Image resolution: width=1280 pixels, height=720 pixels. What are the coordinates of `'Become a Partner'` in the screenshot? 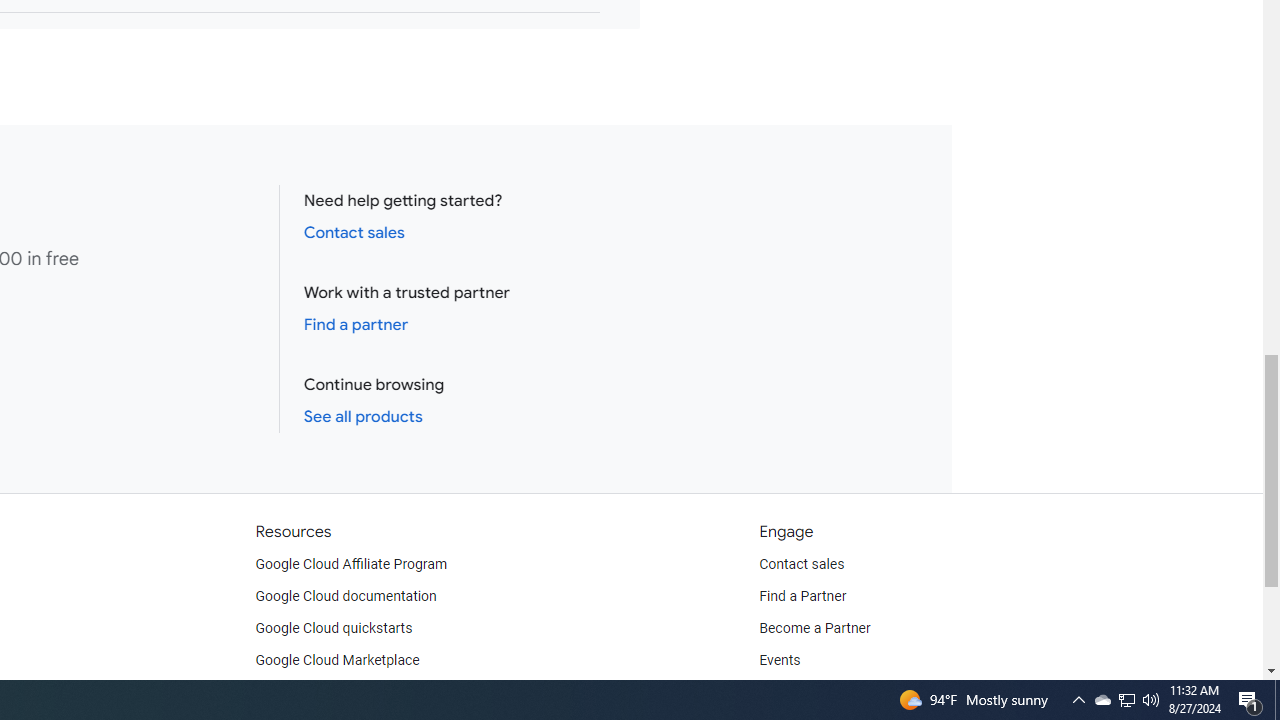 It's located at (814, 627).